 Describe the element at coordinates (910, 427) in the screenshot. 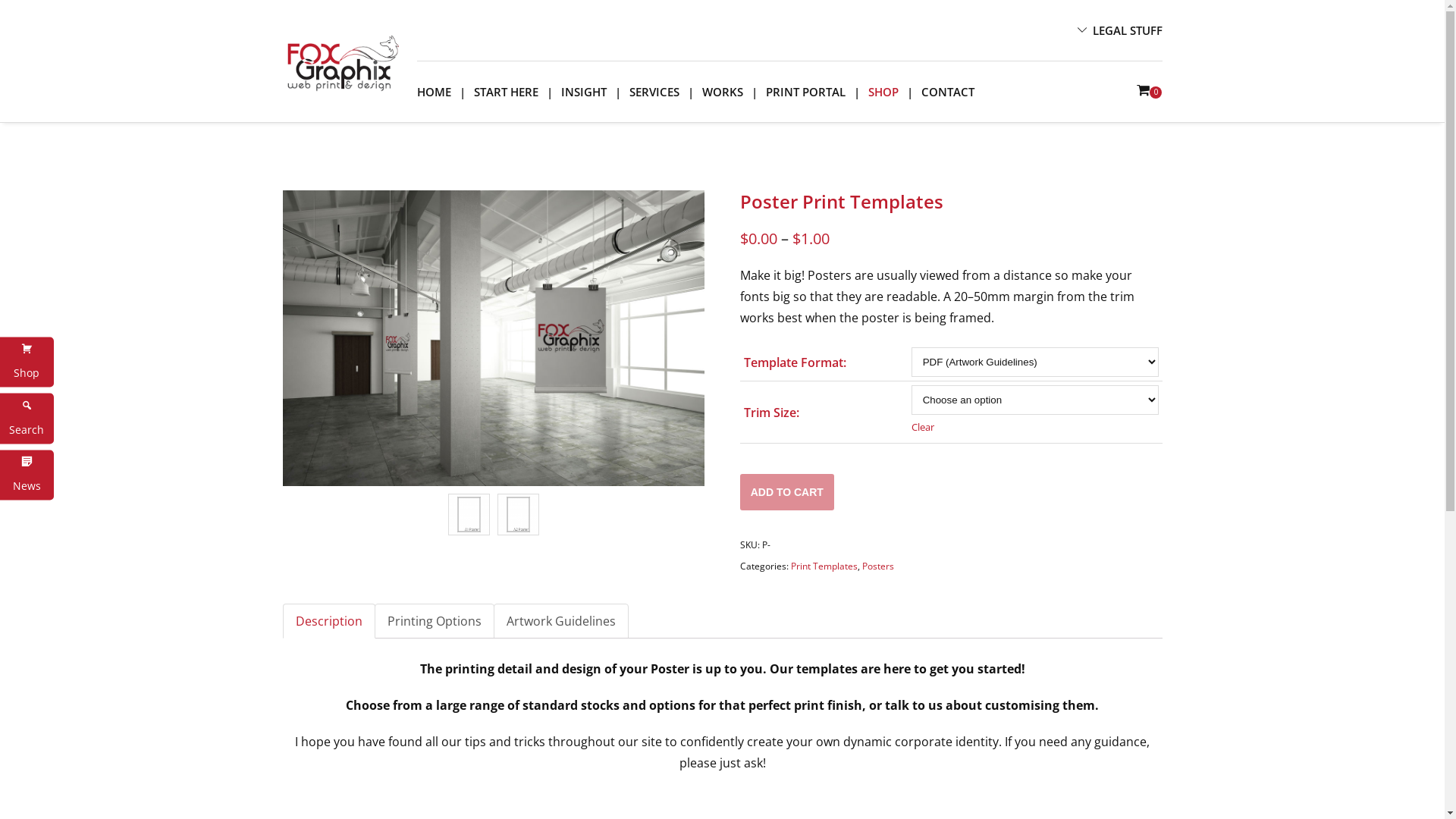

I see `'Clear'` at that location.